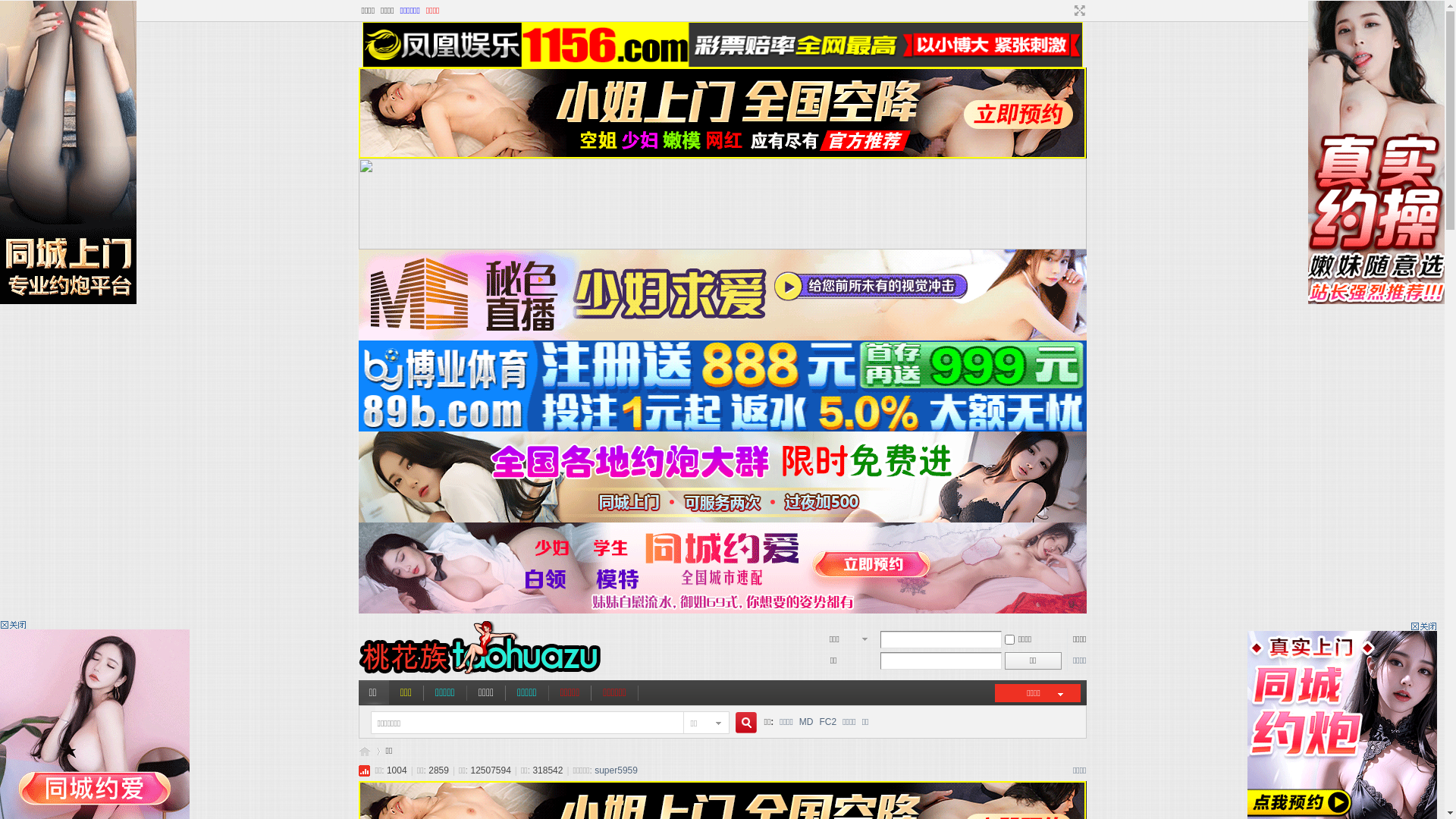  I want to click on 'true', so click(740, 722).